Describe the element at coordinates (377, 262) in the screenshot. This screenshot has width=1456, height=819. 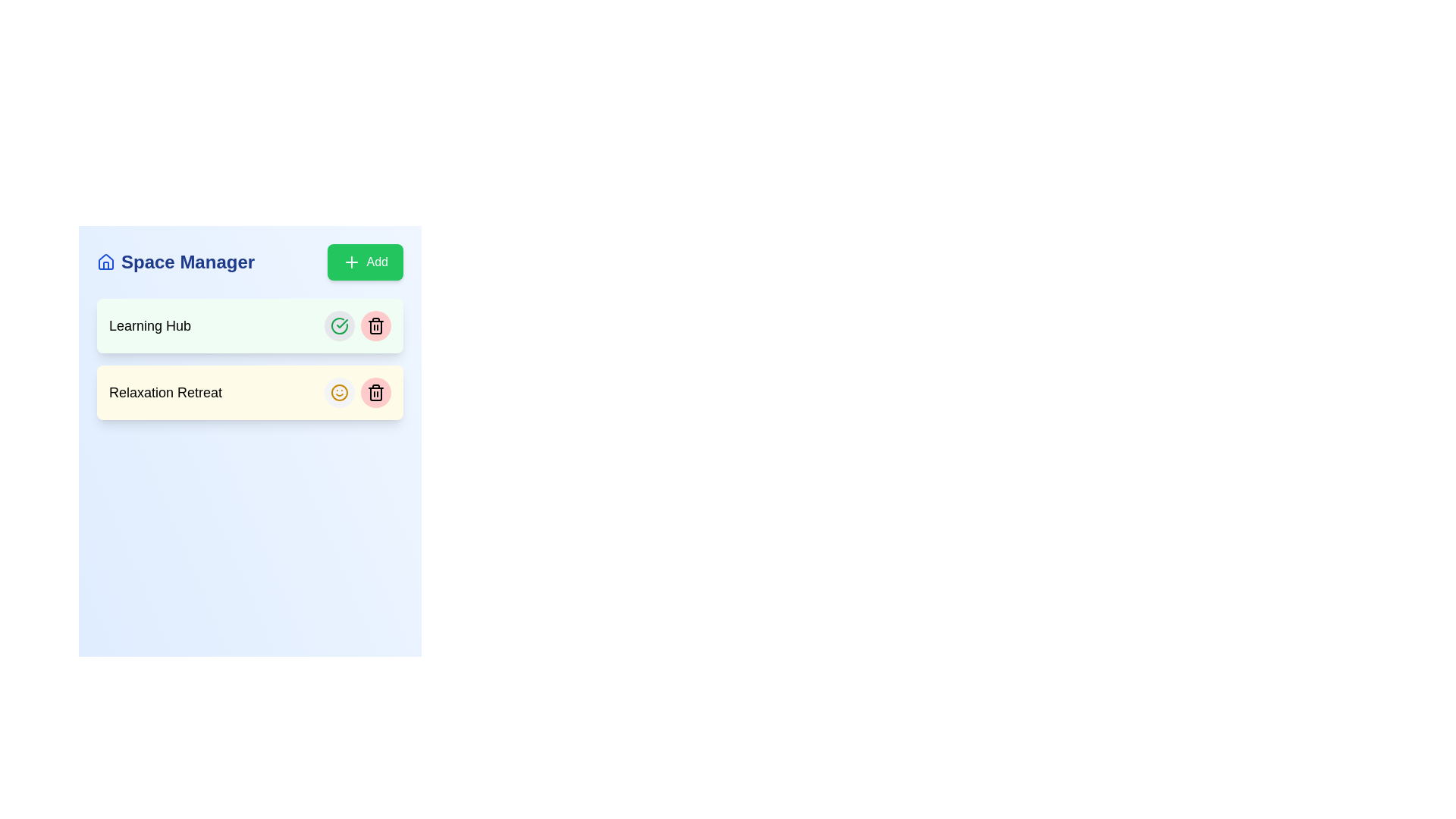
I see `the 'Add' text label within a green button located at the top-right corner of the interface` at that location.